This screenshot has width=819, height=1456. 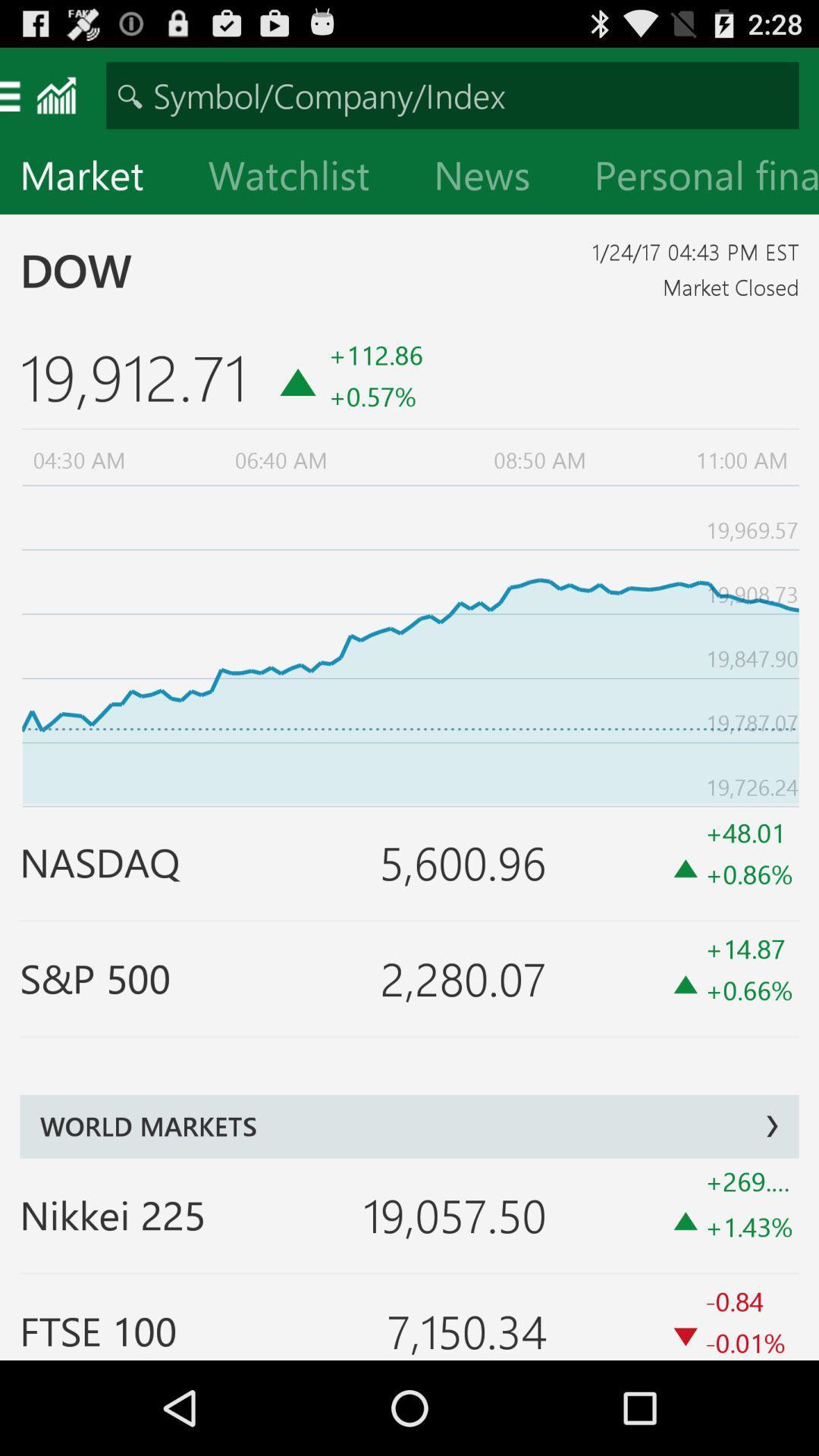 I want to click on news icon, so click(x=494, y=178).